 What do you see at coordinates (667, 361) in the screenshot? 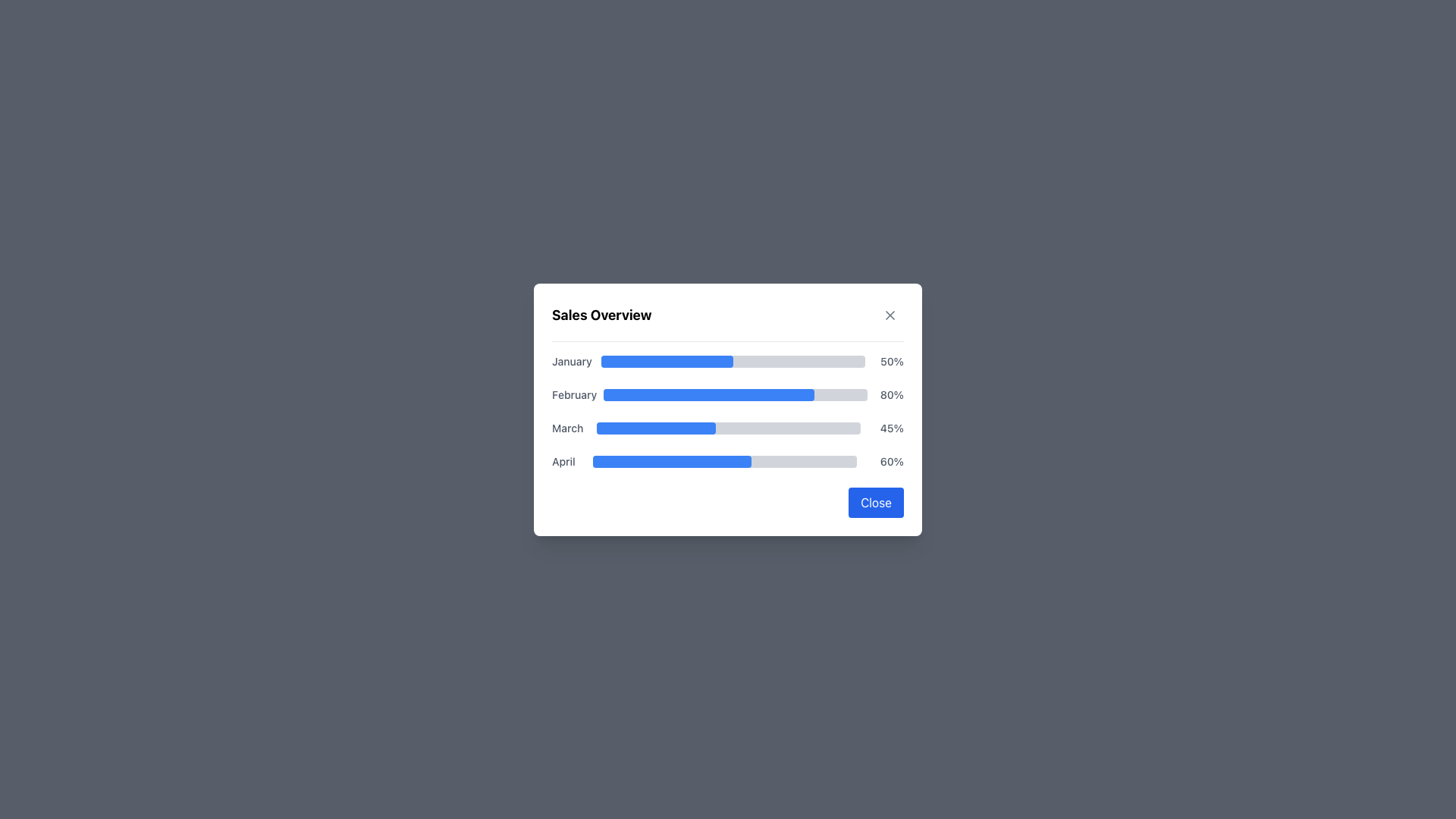
I see `blue progress bar representing 50% completion for the 'January' sales metric located in the 'Sales Overview' section` at bounding box center [667, 361].